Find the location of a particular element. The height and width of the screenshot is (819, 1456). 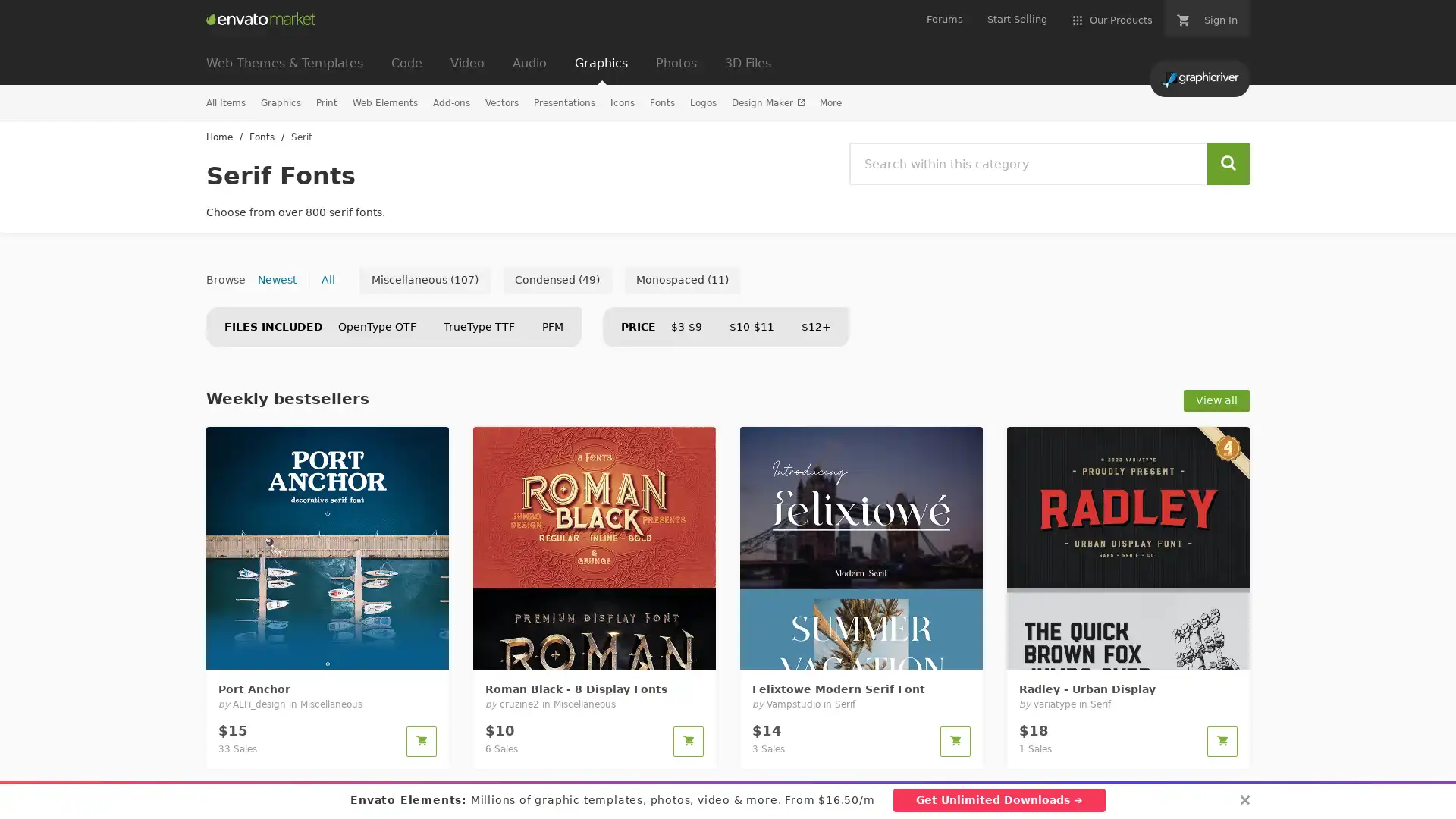

Add to collection is located at coordinates (922, 648).